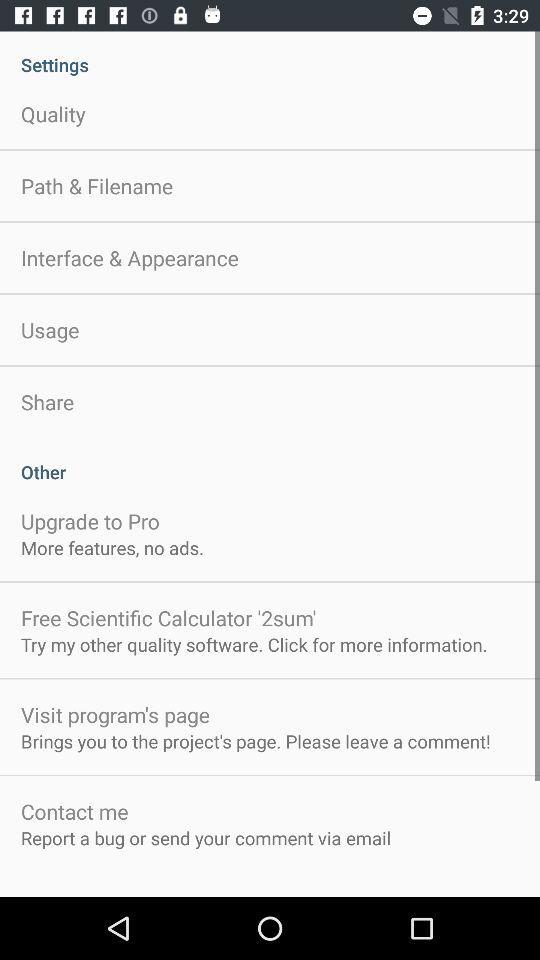 This screenshot has height=960, width=540. Describe the element at coordinates (205, 838) in the screenshot. I see `the report a bug app` at that location.